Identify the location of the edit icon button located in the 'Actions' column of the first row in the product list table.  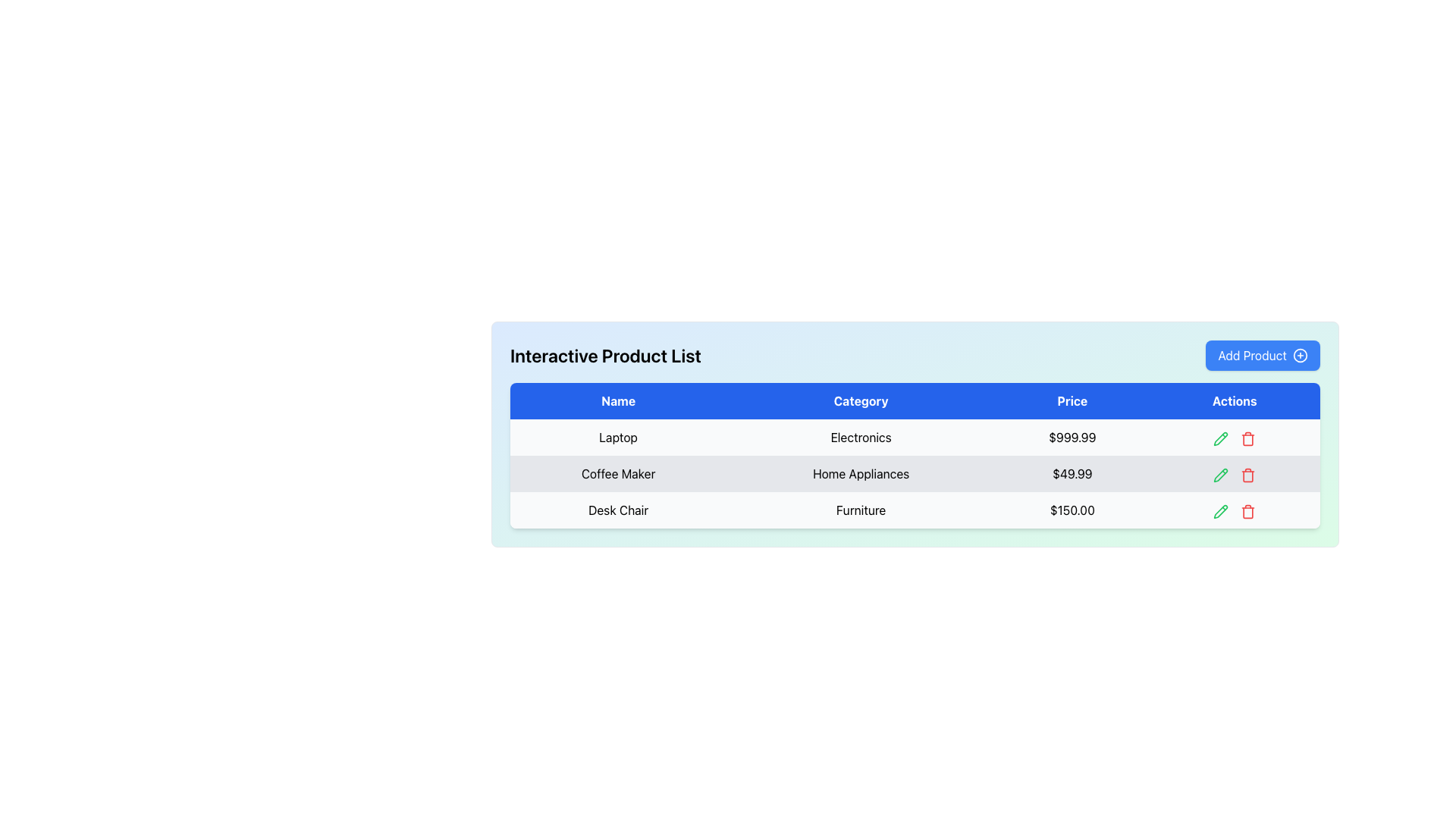
(1221, 438).